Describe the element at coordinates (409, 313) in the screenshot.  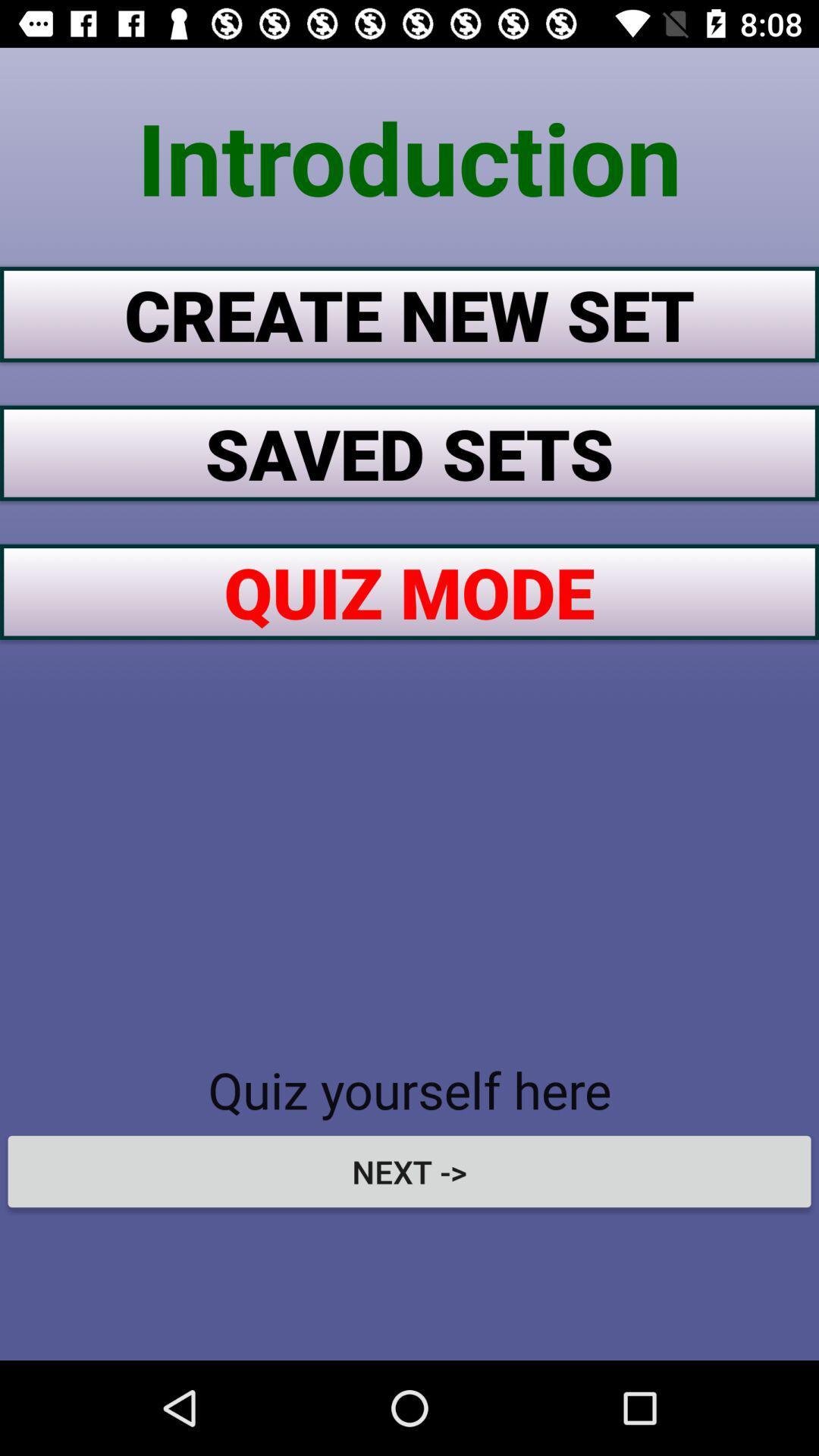
I see `create new set button` at that location.